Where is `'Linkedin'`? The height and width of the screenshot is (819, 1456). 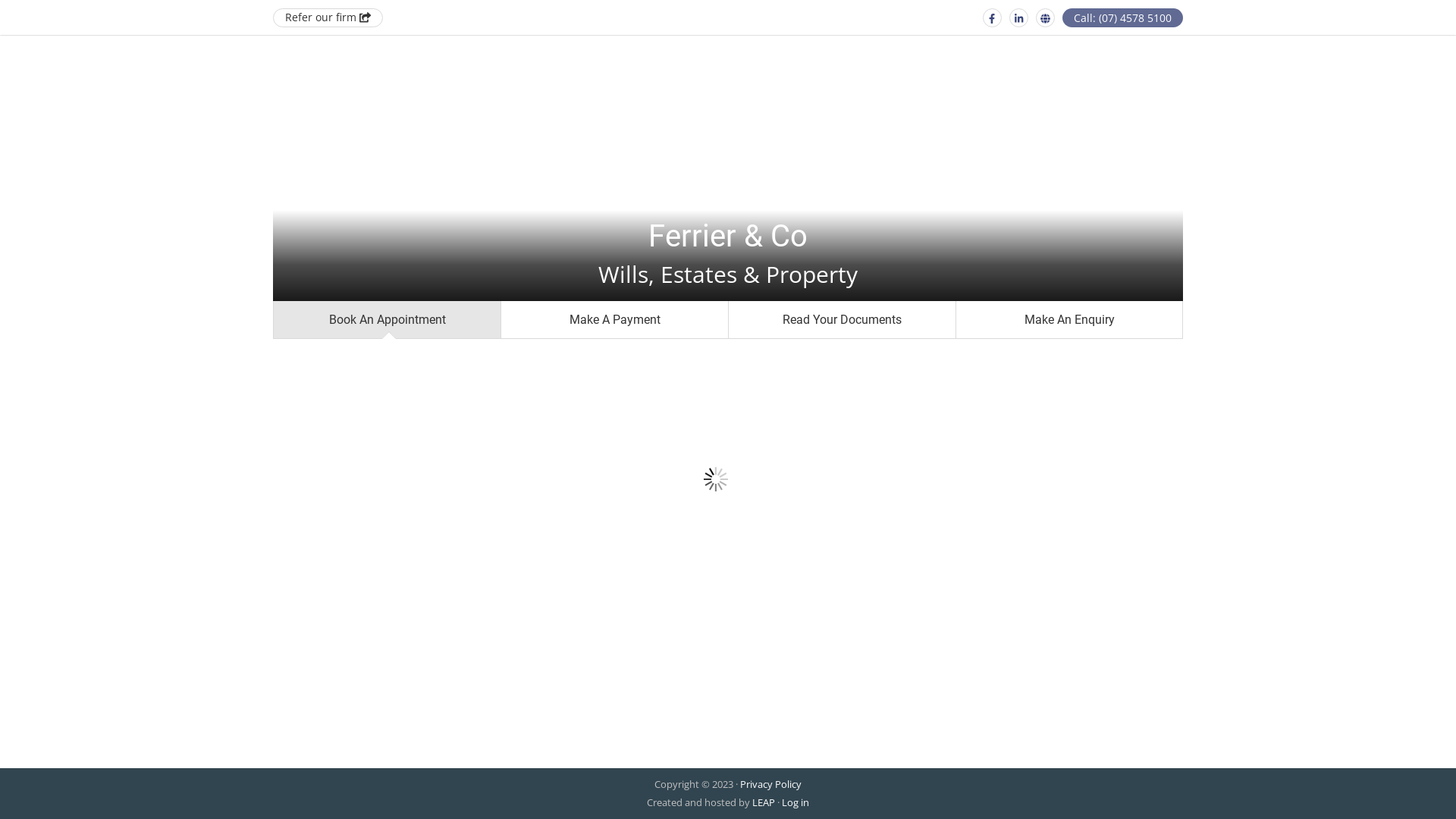
'Linkedin' is located at coordinates (1009, 17).